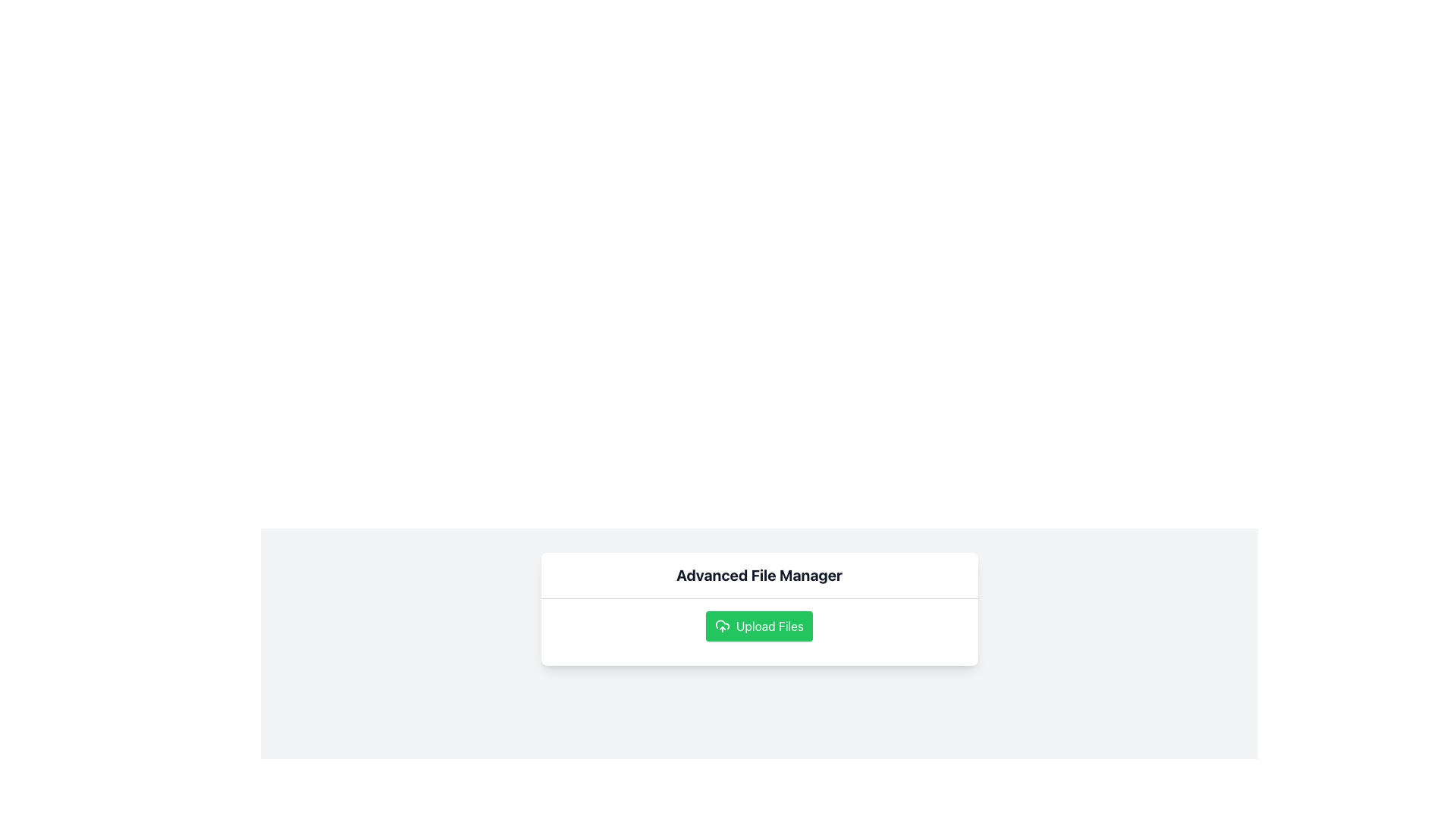 The width and height of the screenshot is (1456, 819). I want to click on the Text Label that serves as a title or header for the section introducing the 'Upload Files' button, located near the center of the rectangular card at the bottom center of the interface, so click(759, 576).